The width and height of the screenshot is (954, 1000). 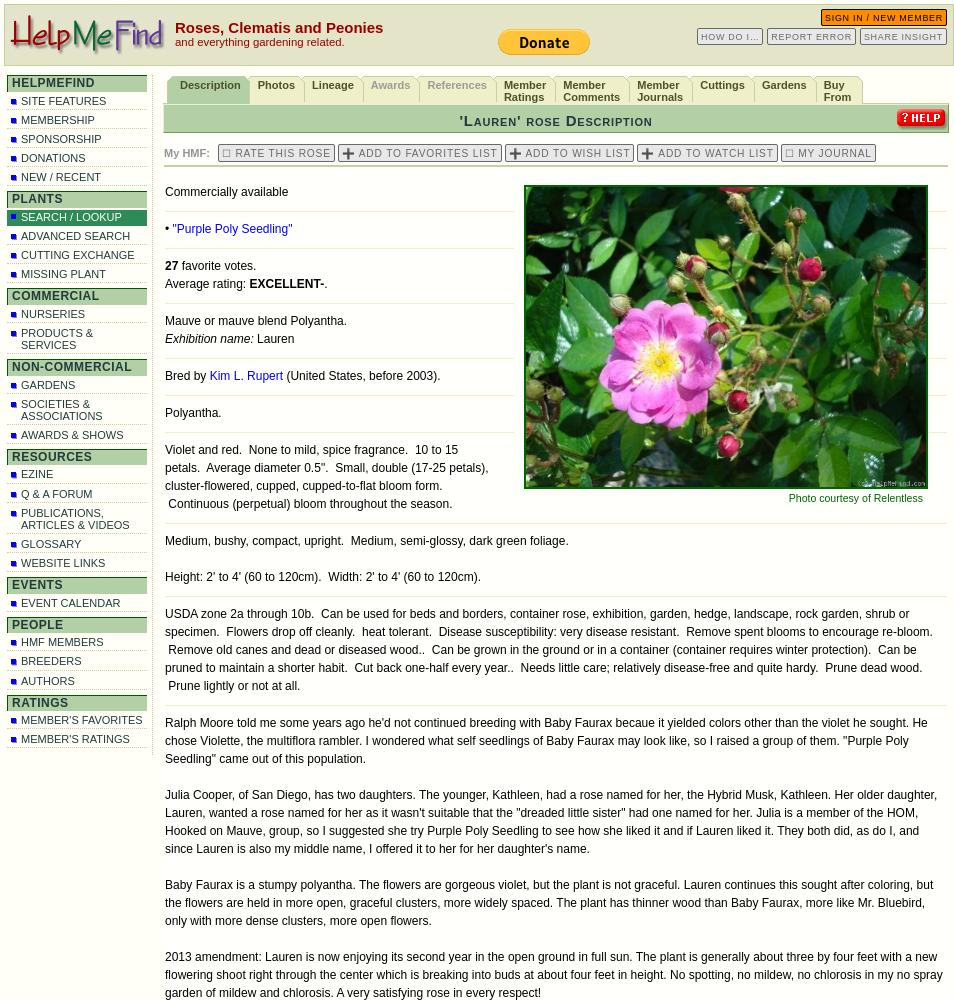 What do you see at coordinates (69, 601) in the screenshot?
I see `'EVENT CALENDAR'` at bounding box center [69, 601].